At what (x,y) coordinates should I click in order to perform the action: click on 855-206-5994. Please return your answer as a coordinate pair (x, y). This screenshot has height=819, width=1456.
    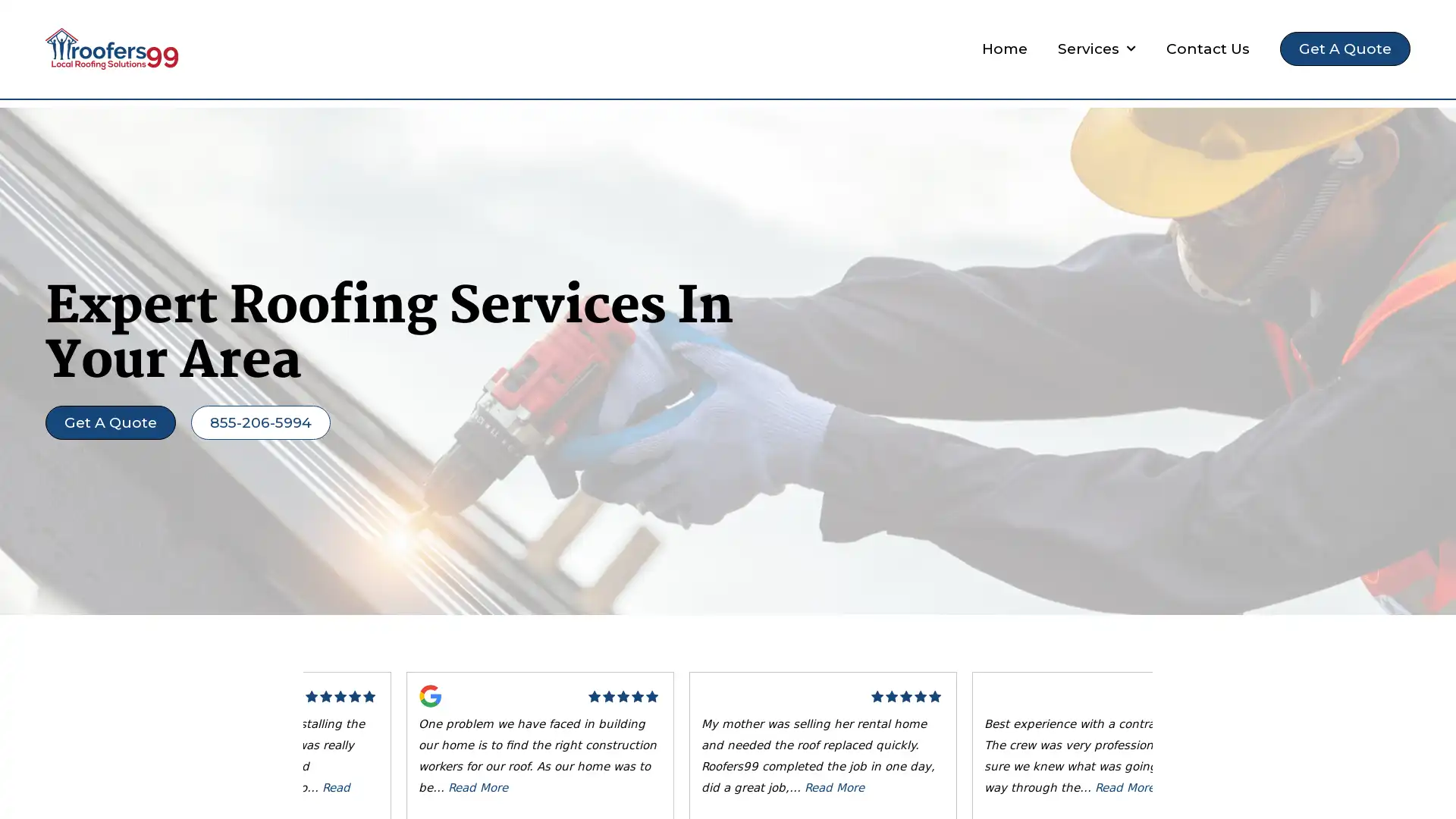
    Looking at the image, I should click on (261, 422).